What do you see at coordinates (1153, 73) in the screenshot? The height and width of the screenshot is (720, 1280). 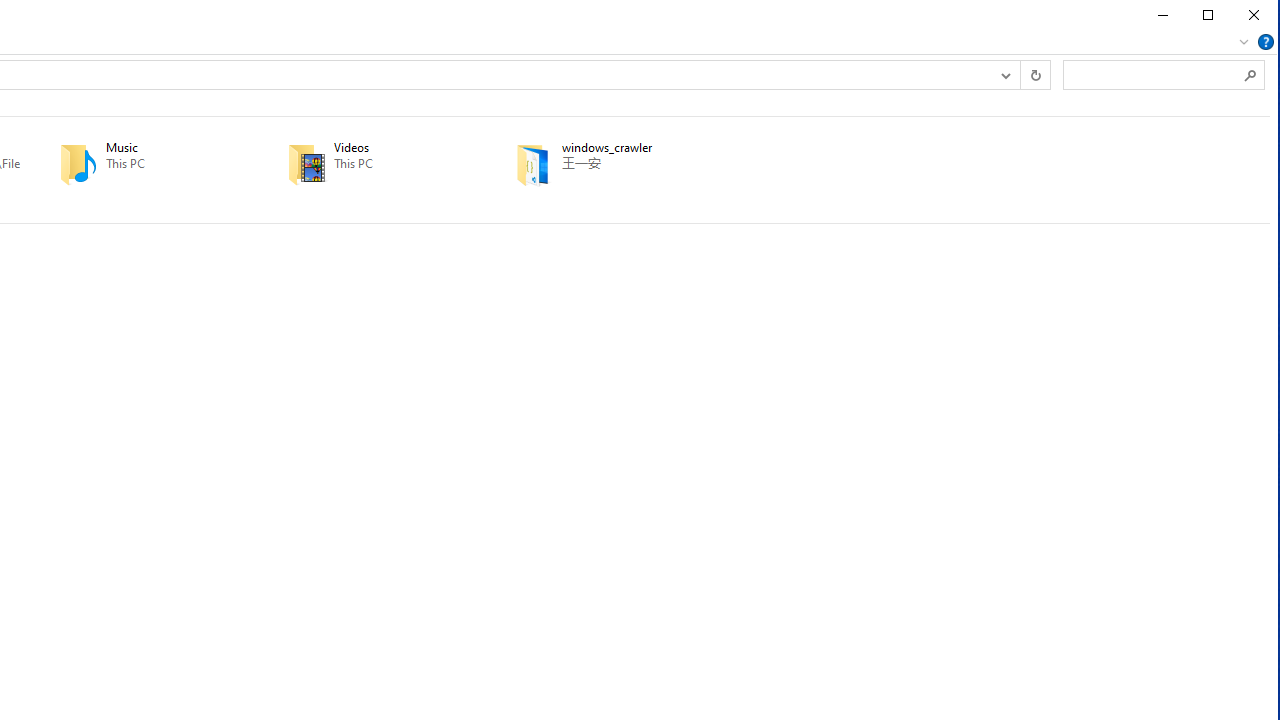 I see `'Search Box'` at bounding box center [1153, 73].